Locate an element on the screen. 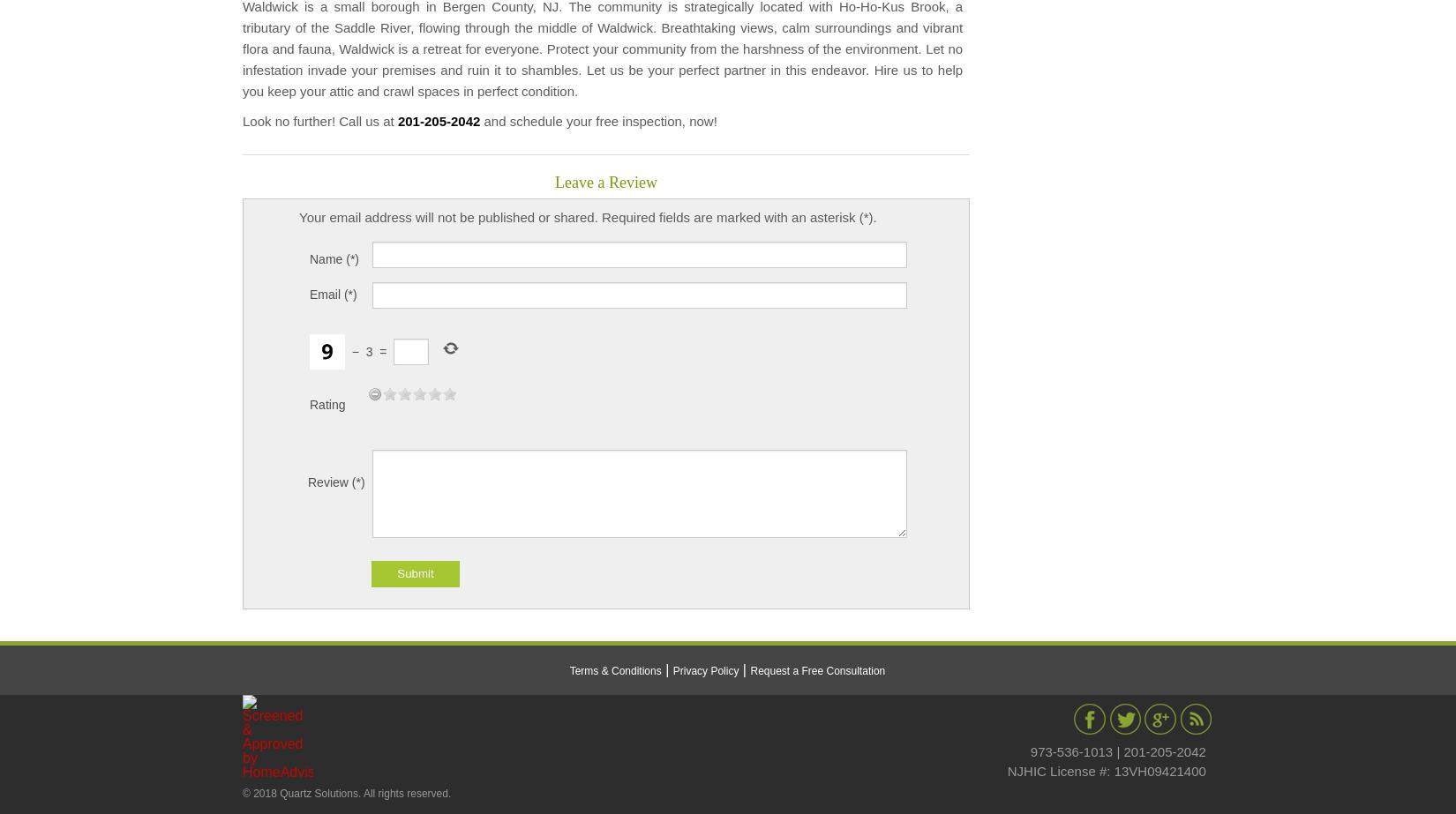  'NJHIC License #:' is located at coordinates (1006, 769).